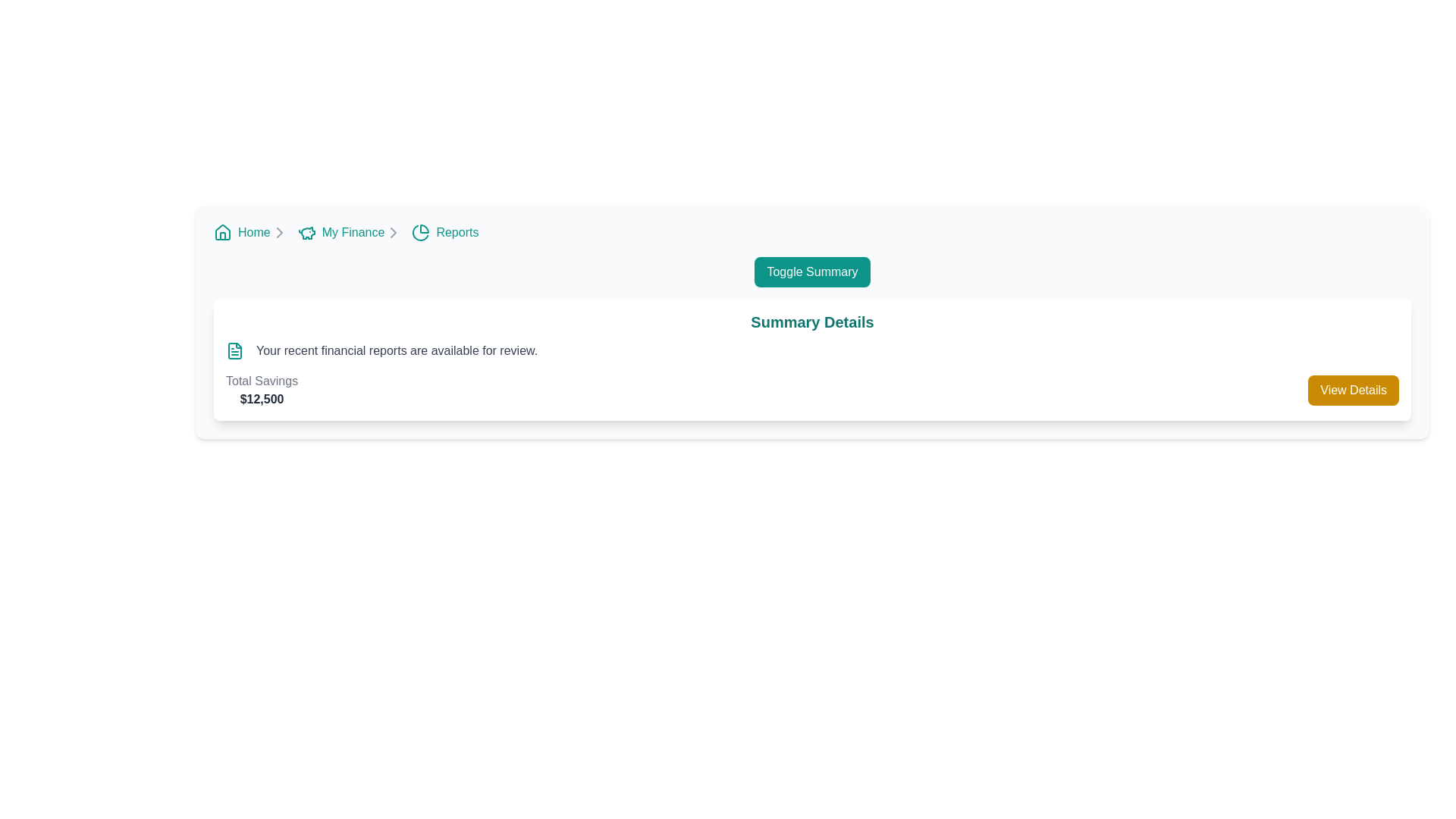  I want to click on the 'Home' text label, which is styled in teal and is part of a breadcrumb navigation component, so click(254, 233).